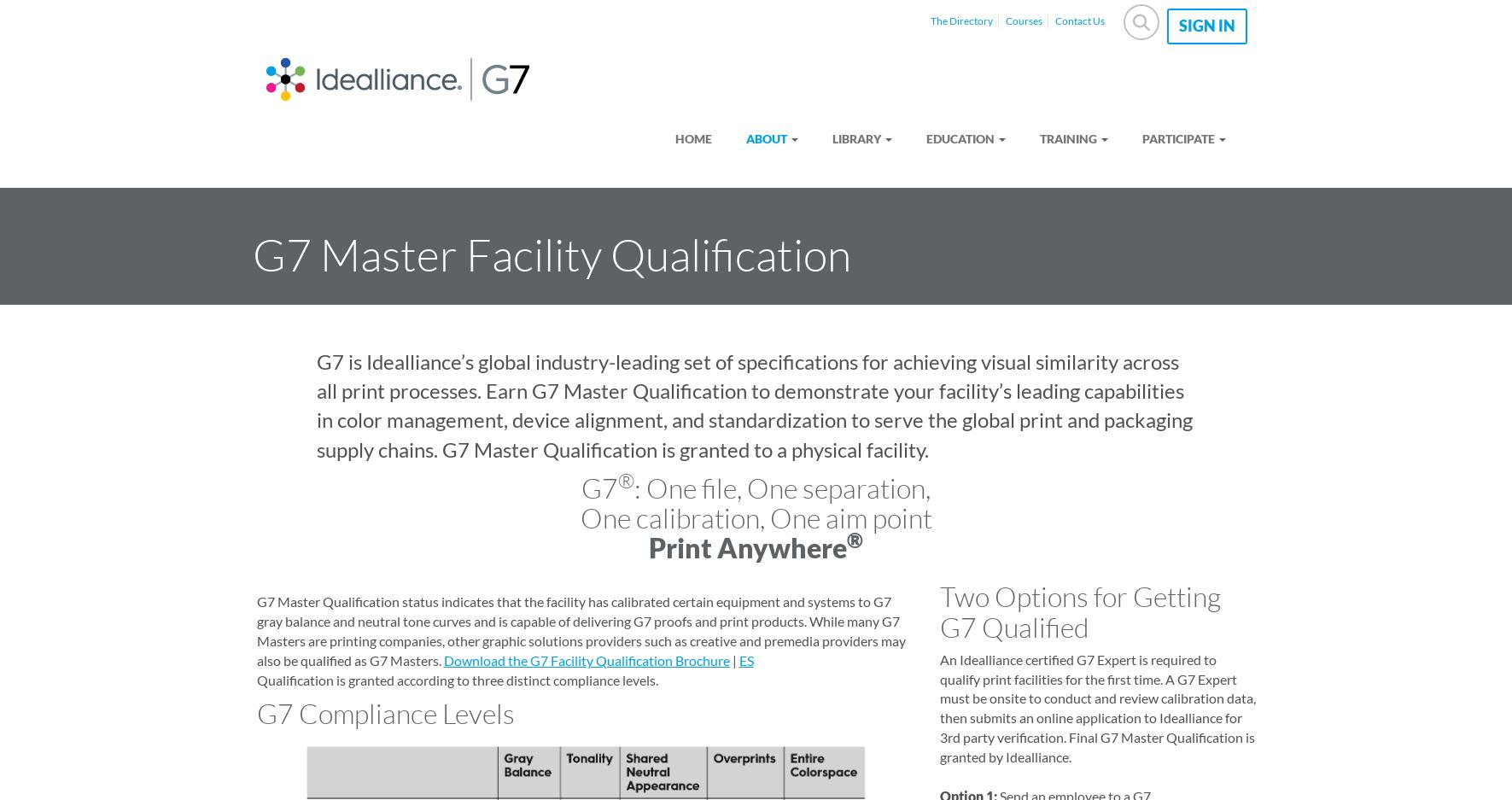 This screenshot has height=800, width=1512. What do you see at coordinates (1176, 137) in the screenshot?
I see `'Participate'` at bounding box center [1176, 137].